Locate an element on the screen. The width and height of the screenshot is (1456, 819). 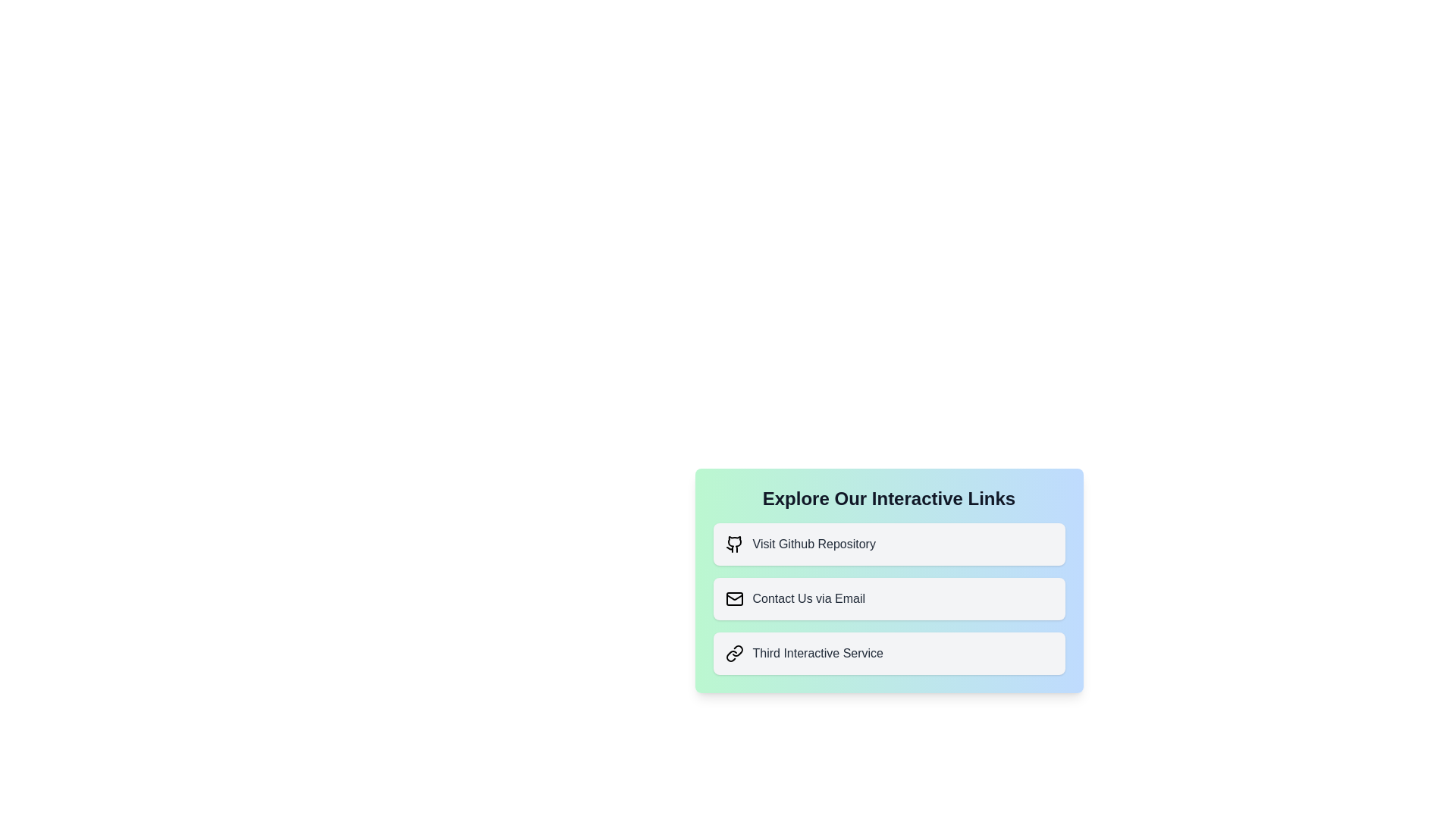
the envelope icon representing email communication, which is part of the 'Contact Us via Email' option, located to the left of the corresponding text is located at coordinates (734, 598).